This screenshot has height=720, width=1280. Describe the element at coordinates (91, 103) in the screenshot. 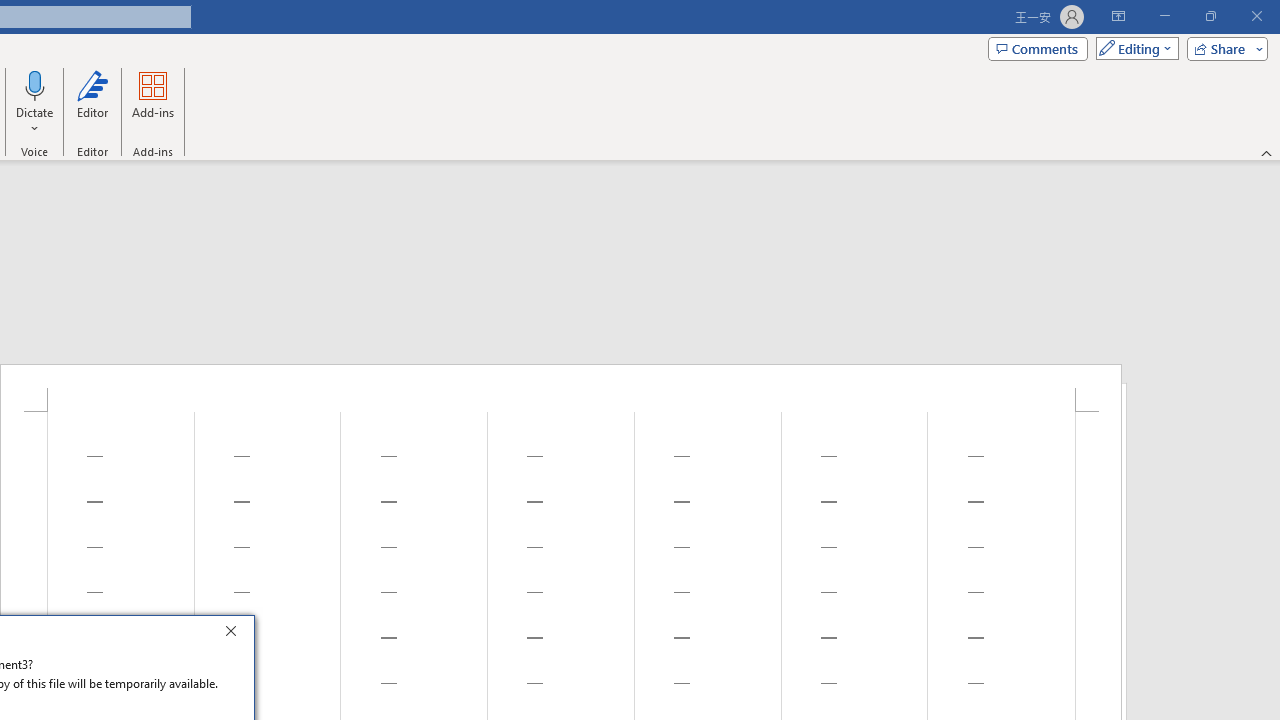

I see `'Editor'` at that location.